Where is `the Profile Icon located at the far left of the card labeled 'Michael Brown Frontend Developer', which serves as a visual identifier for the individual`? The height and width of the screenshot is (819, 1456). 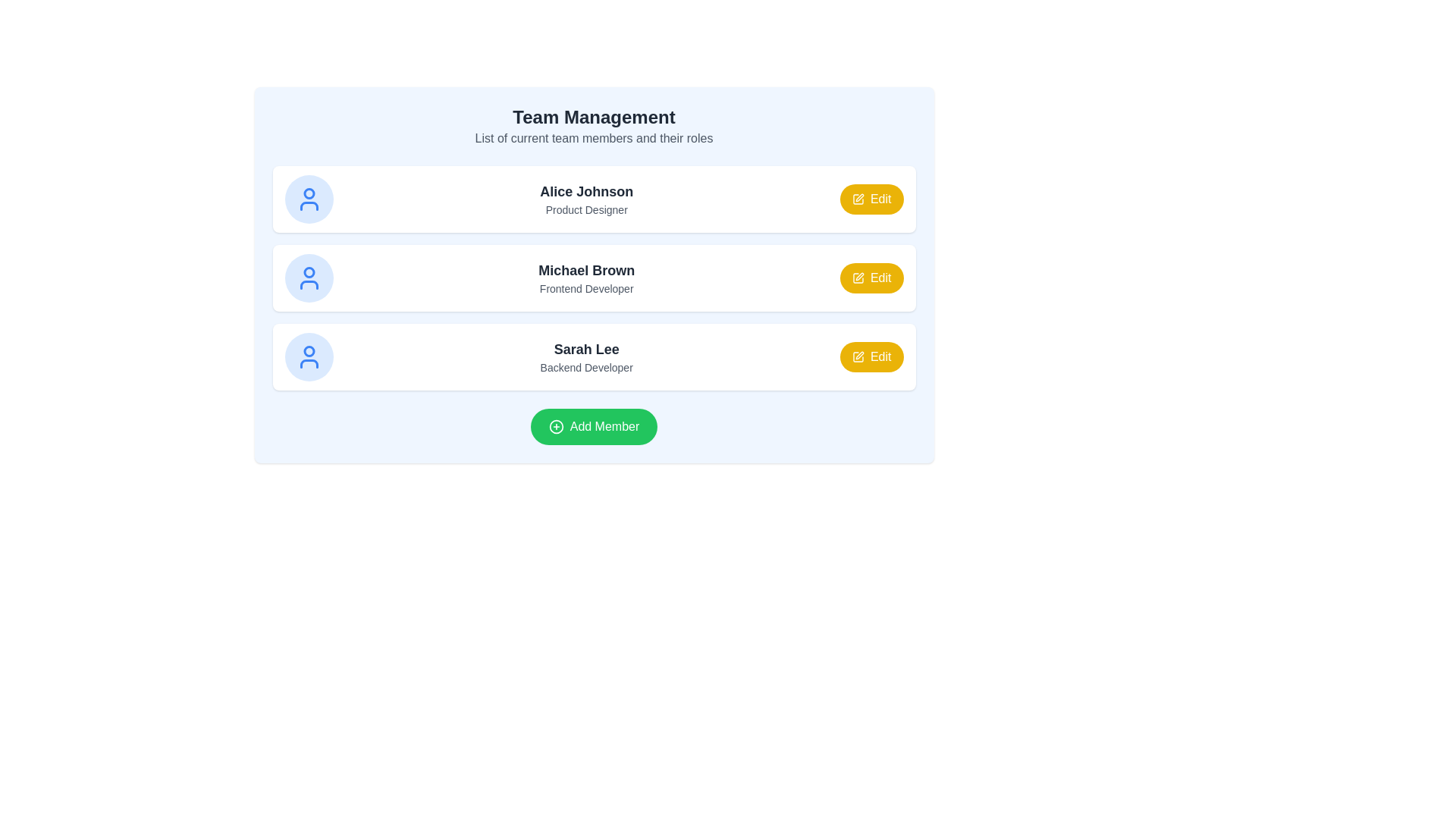
the Profile Icon located at the far left of the card labeled 'Michael Brown Frontend Developer', which serves as a visual identifier for the individual is located at coordinates (308, 278).